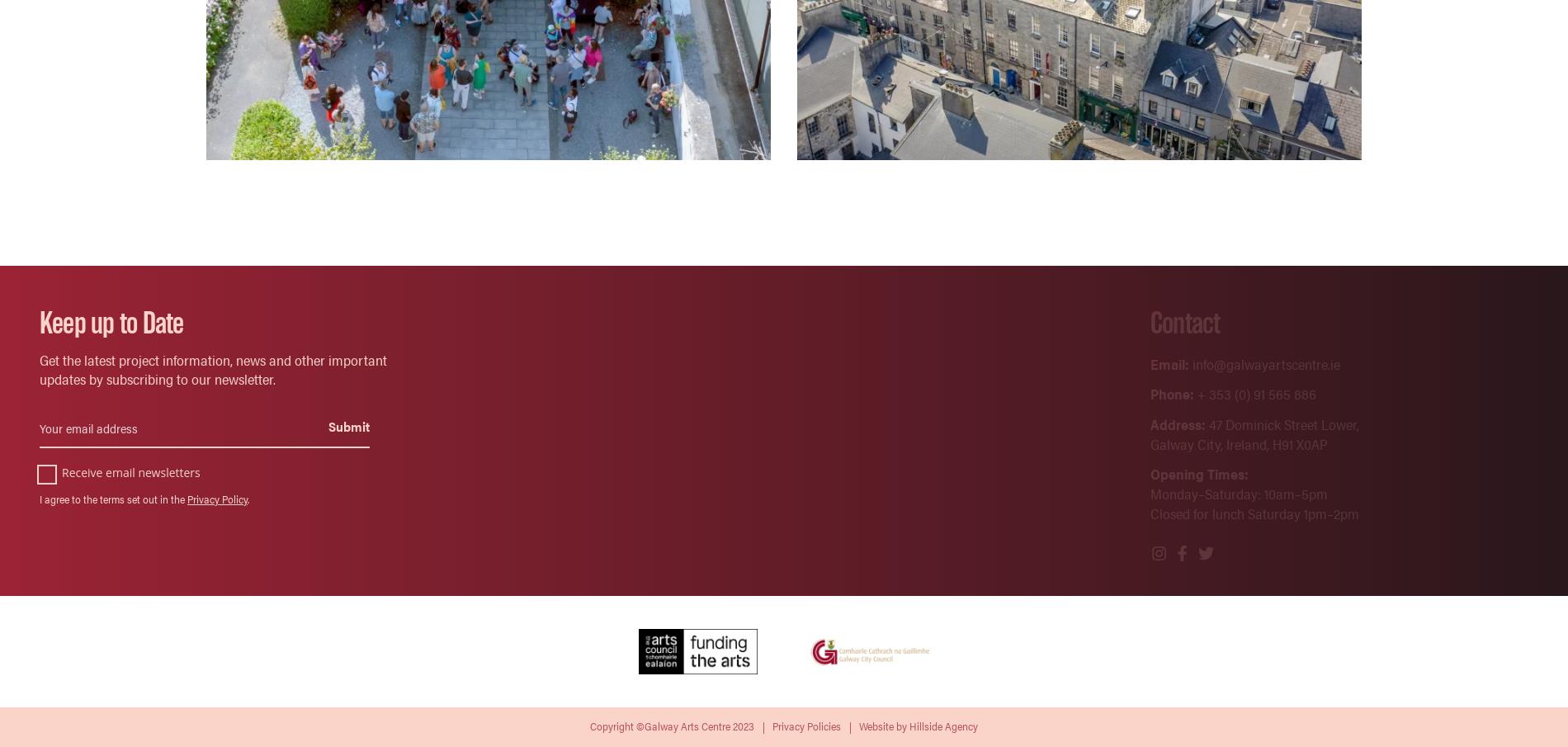 The width and height of the screenshot is (1568, 747). I want to click on '47 Dominick Street Lower,', so click(1204, 423).